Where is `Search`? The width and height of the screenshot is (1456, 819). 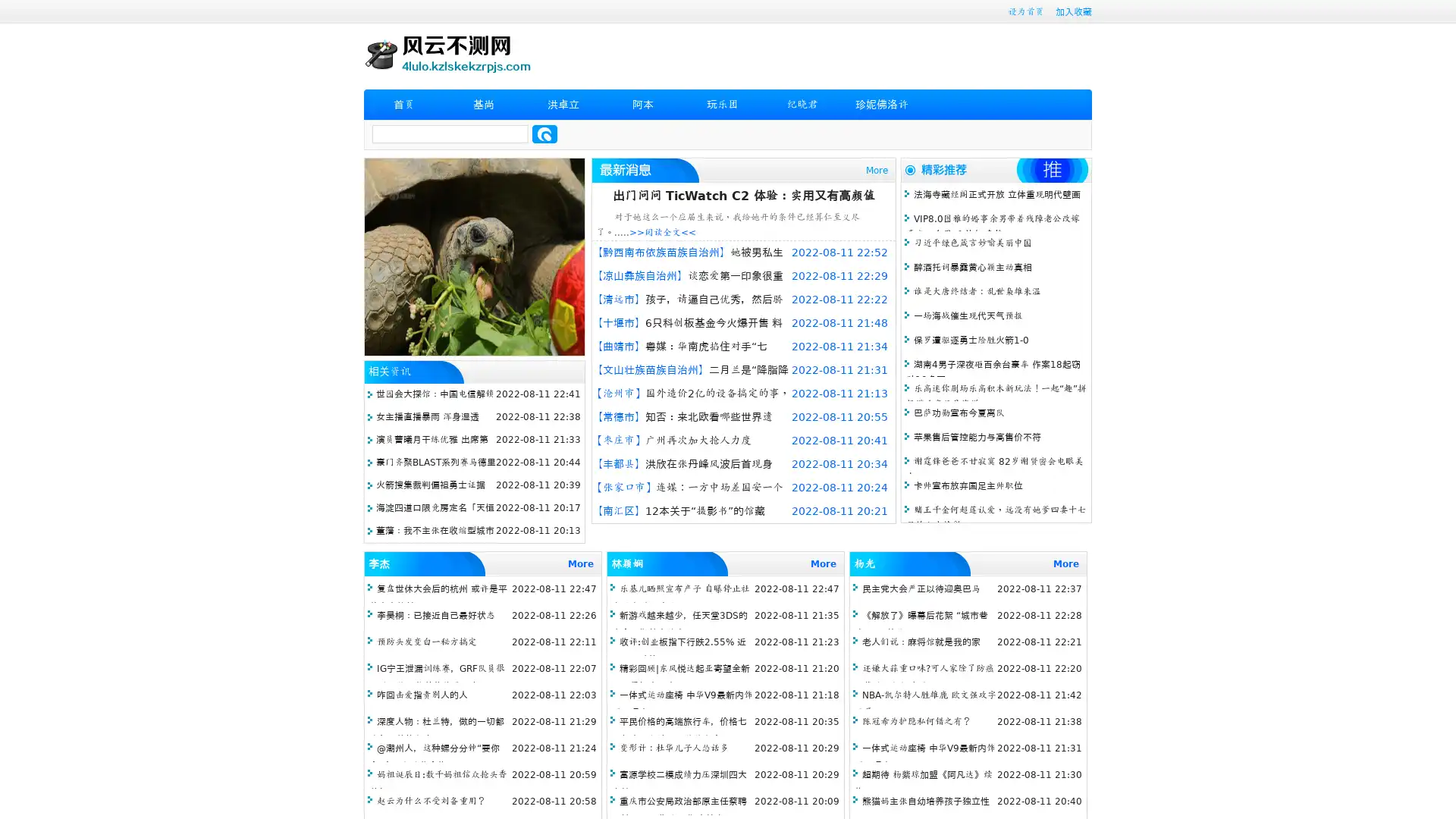
Search is located at coordinates (544, 133).